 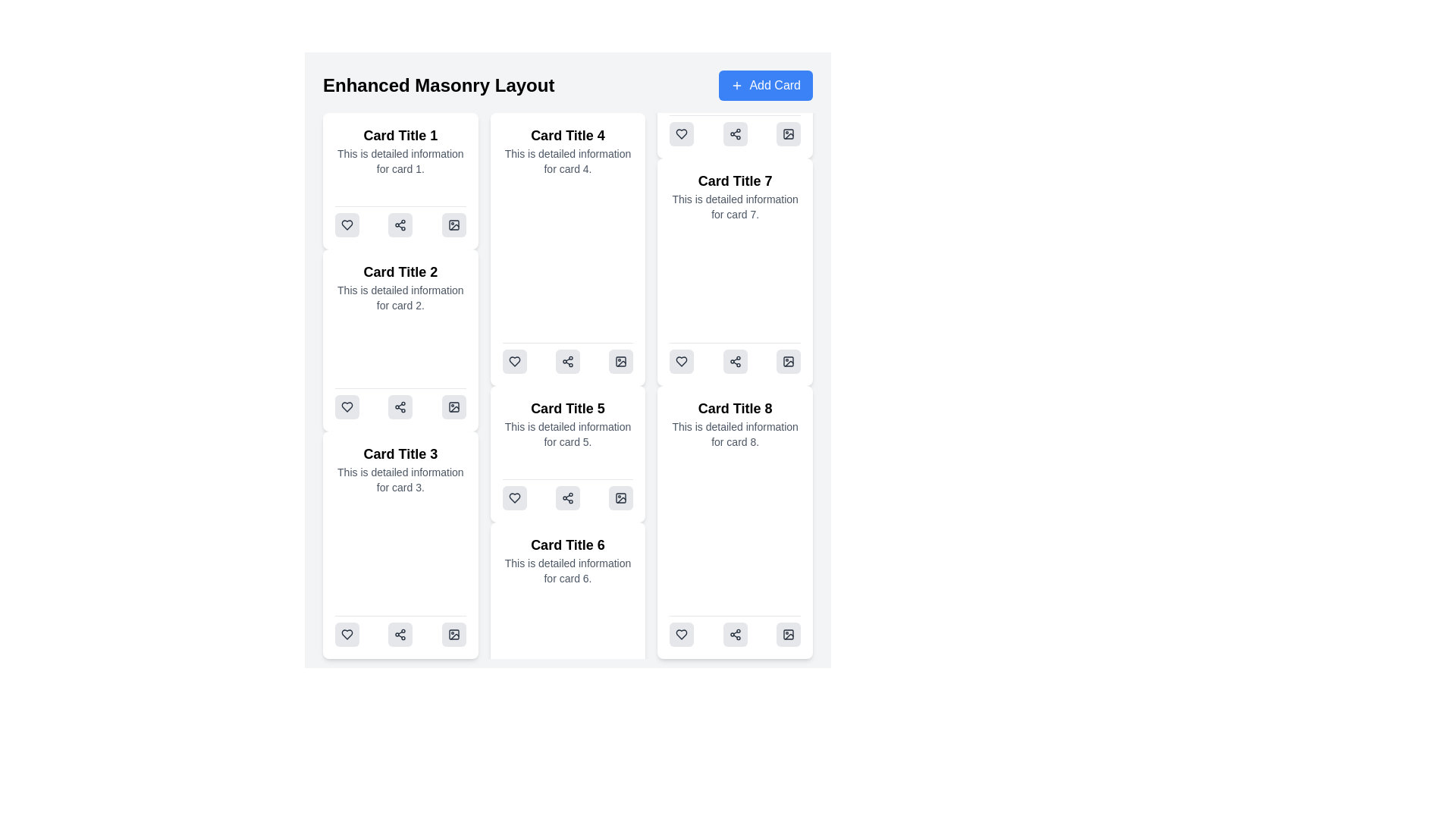 What do you see at coordinates (735, 207) in the screenshot?
I see `the descriptive text block related to card 7, located below 'Card Title 7' in the second column of the third row` at bounding box center [735, 207].